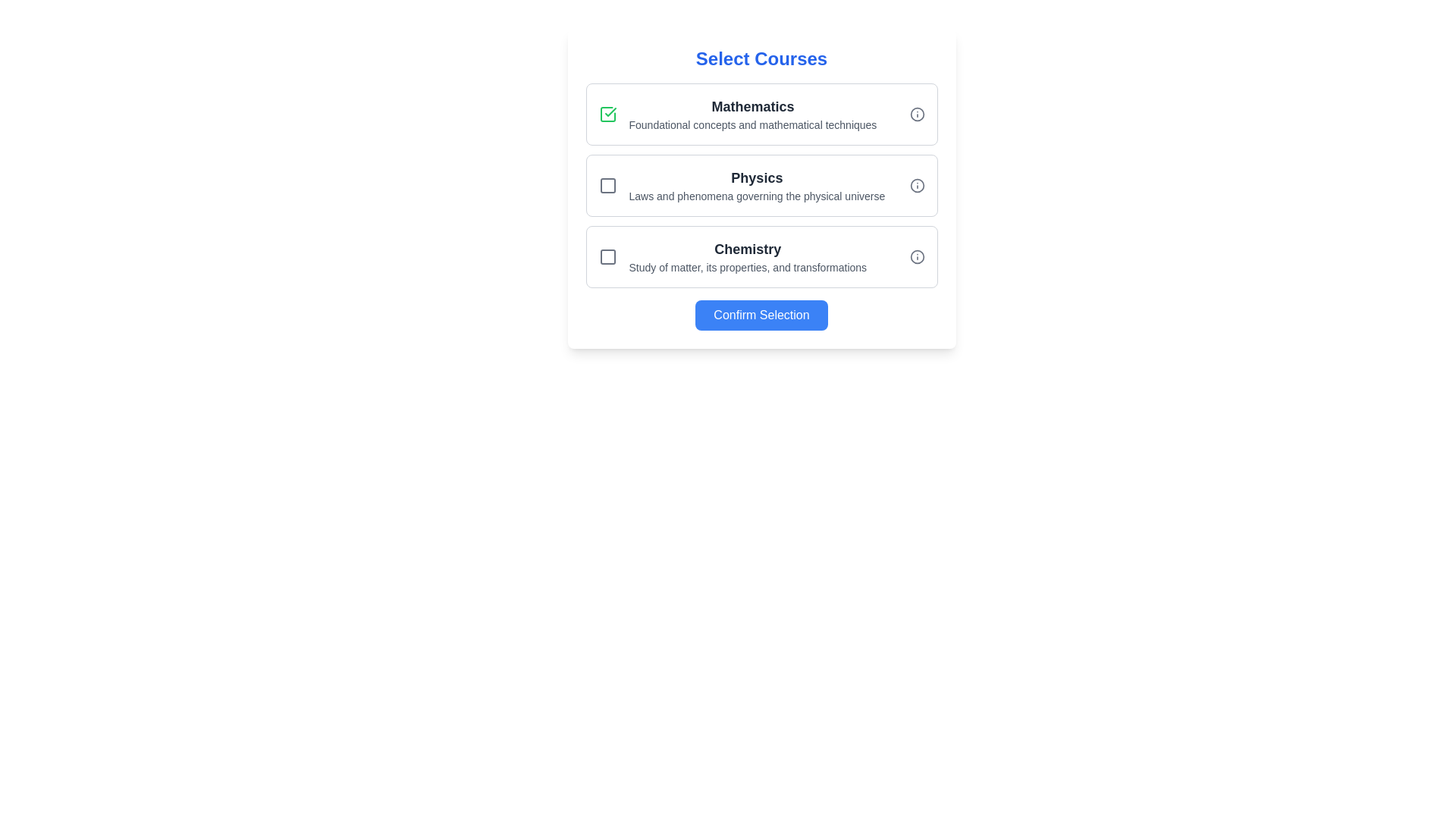 The image size is (1456, 819). Describe the element at coordinates (916, 256) in the screenshot. I see `the SVG Circle element located at the bottom section of the list, adjacent to the 'Chemistry' course option` at that location.